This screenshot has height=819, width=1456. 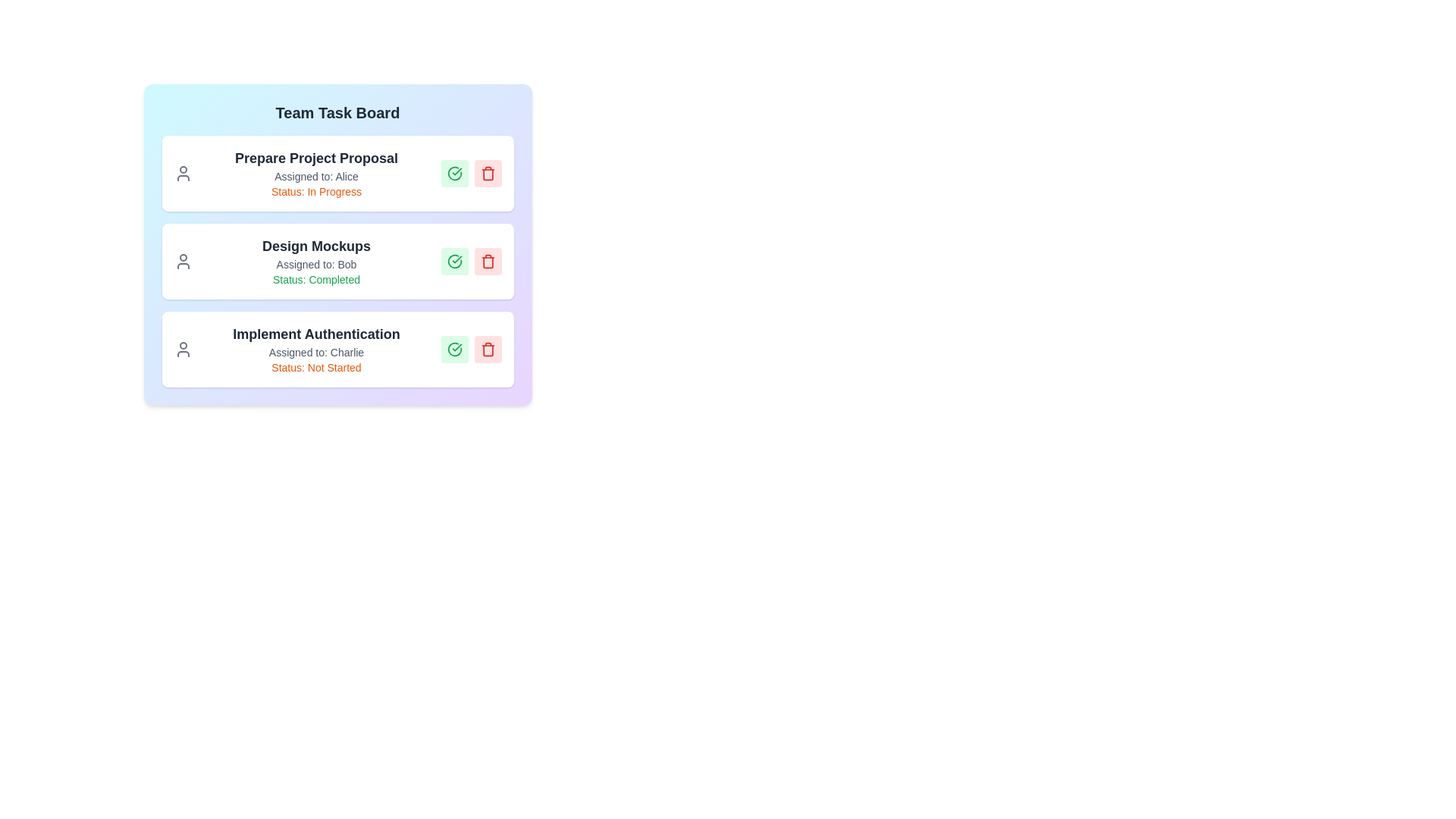 I want to click on trash button for the task titled 'Design Mockups' to delete it, so click(x=488, y=260).